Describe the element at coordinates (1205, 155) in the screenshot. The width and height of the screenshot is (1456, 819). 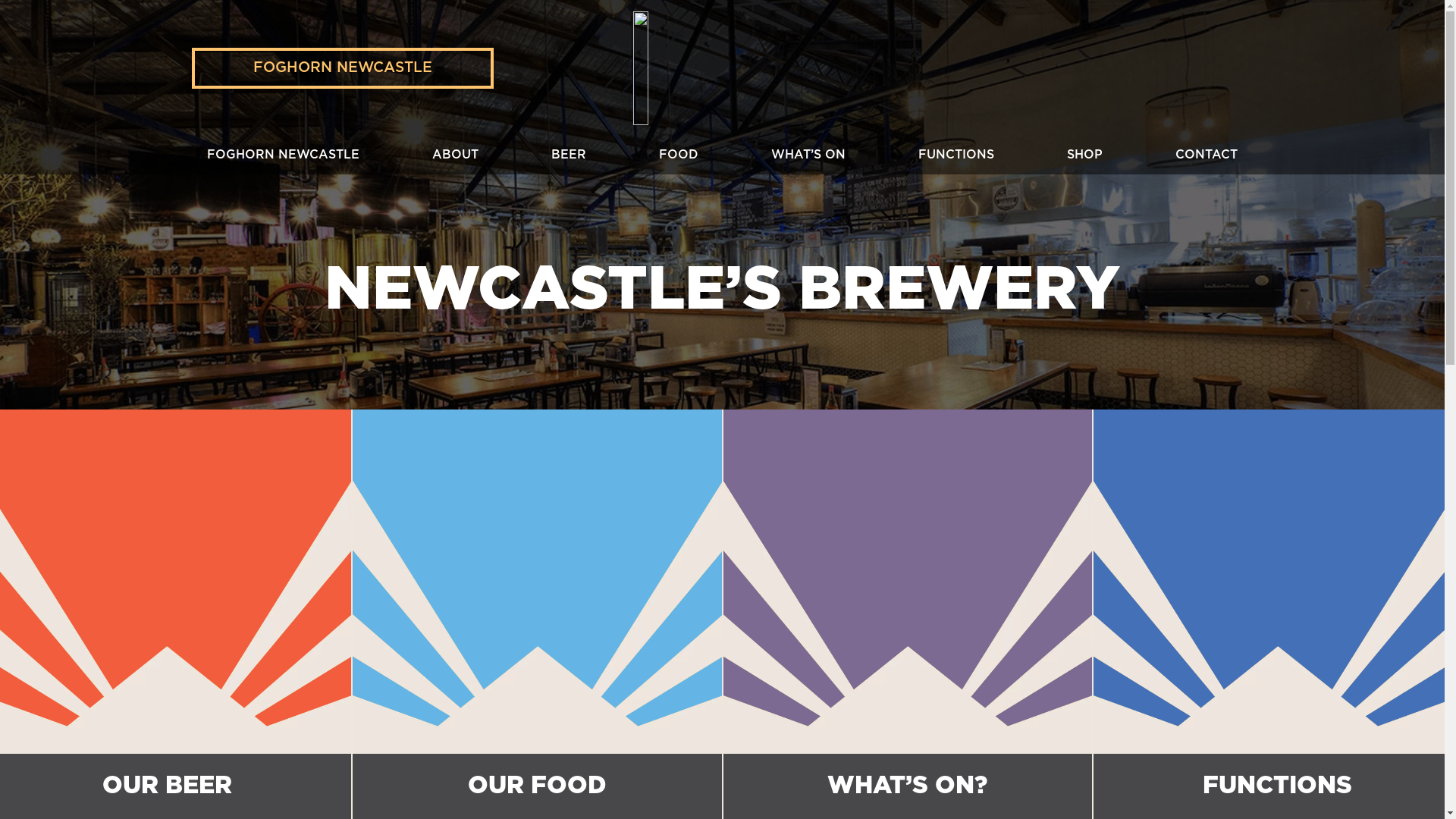
I see `'CONTACT'` at that location.